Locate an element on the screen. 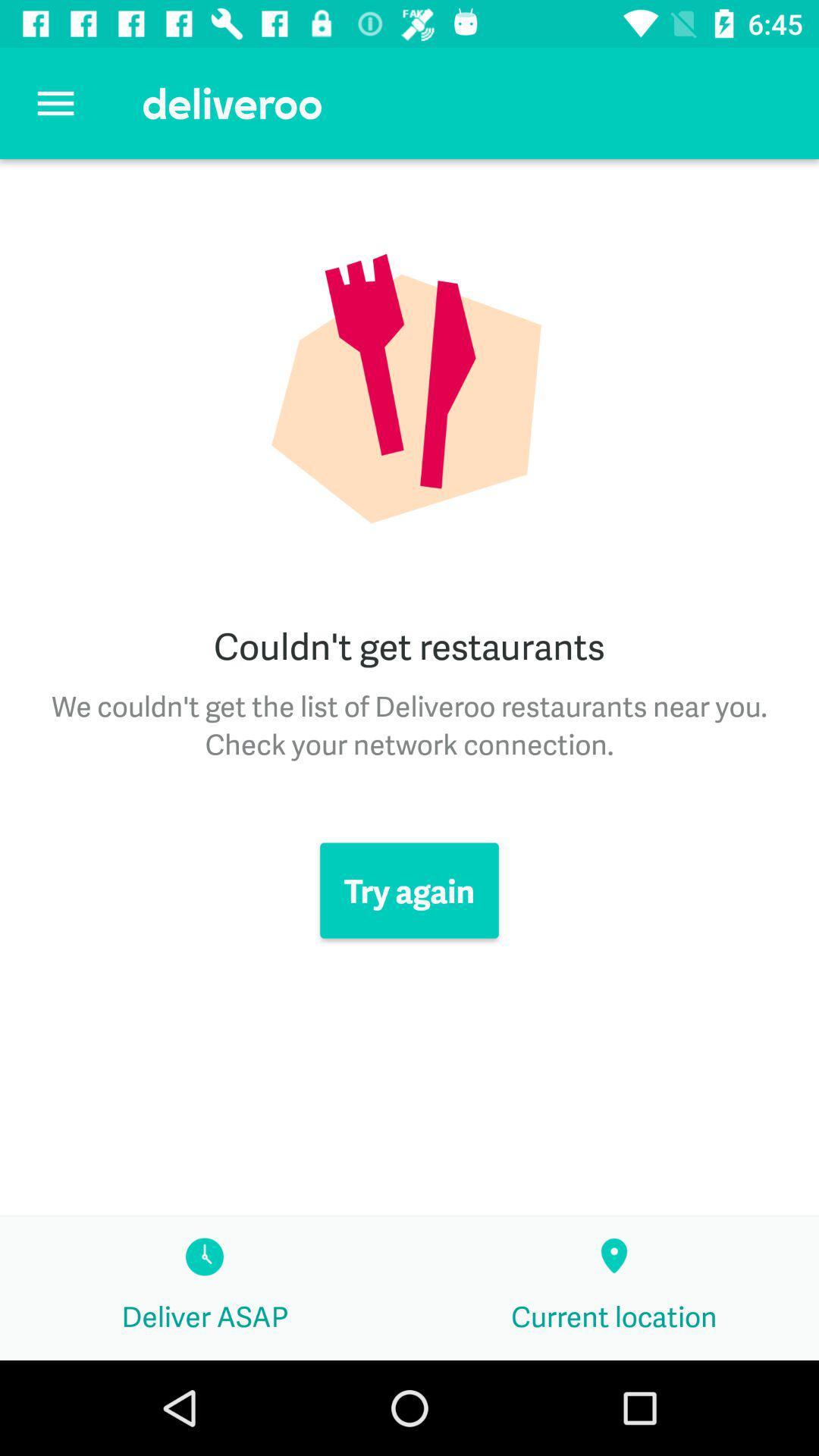 The image size is (819, 1456). item below try again item is located at coordinates (614, 1288).